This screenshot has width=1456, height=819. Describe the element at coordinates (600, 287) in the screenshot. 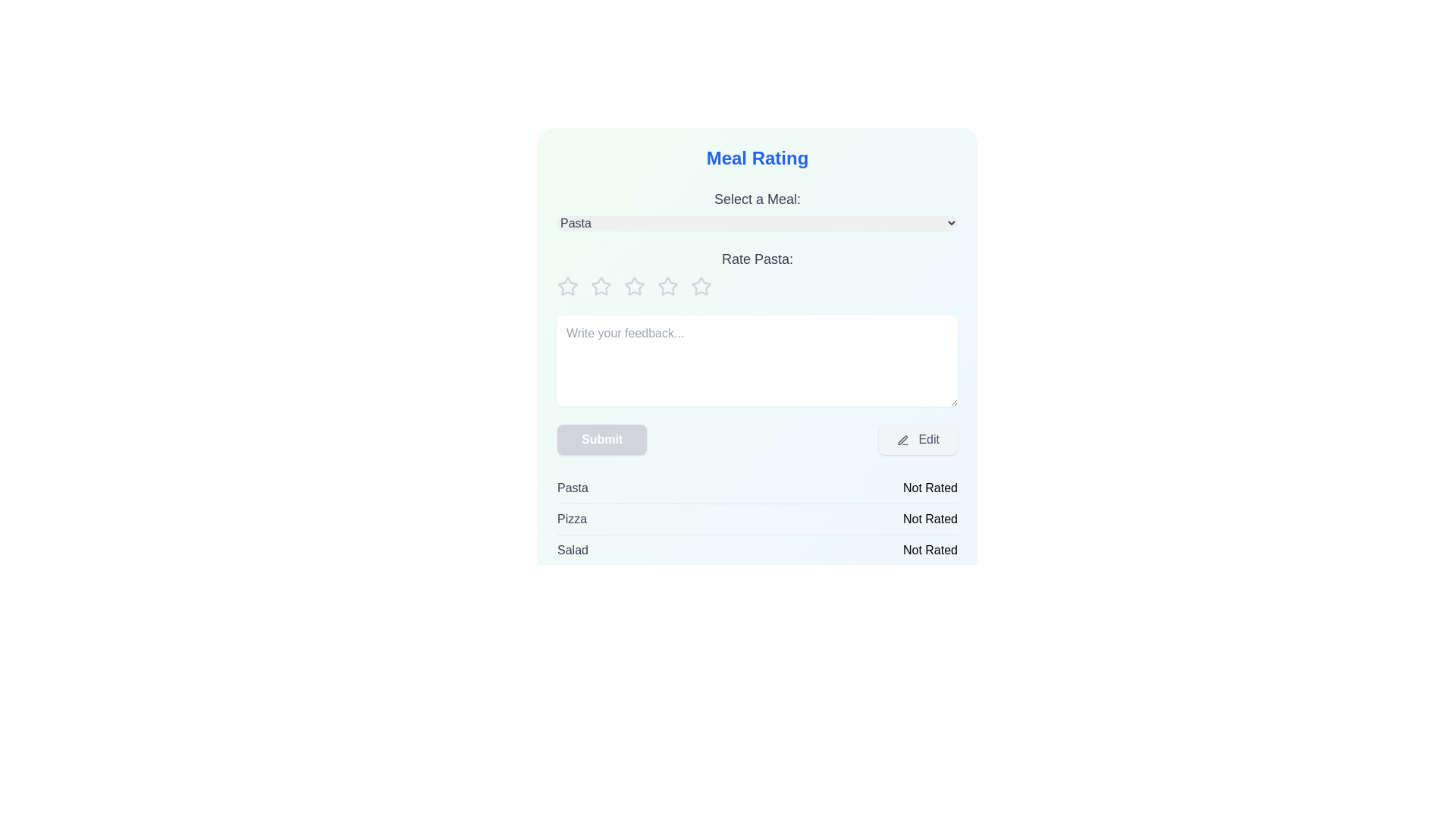

I see `the third star in the five-star rating system under the 'Rate Pasta' label` at that location.